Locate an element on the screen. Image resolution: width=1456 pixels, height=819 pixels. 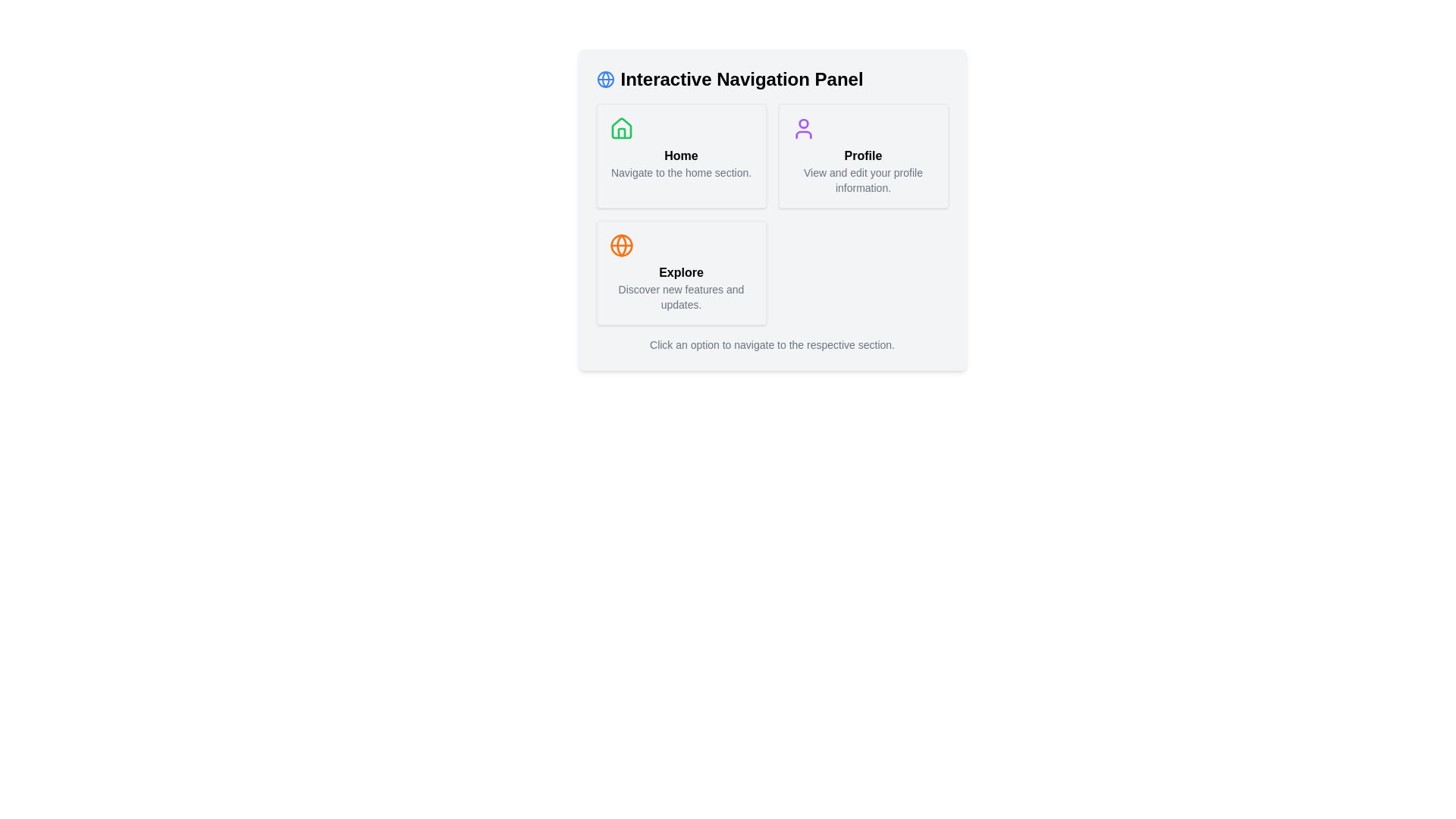
the decorative vector shape that represents the door component of the 'Home' icon in the navigation panel is located at coordinates (621, 133).